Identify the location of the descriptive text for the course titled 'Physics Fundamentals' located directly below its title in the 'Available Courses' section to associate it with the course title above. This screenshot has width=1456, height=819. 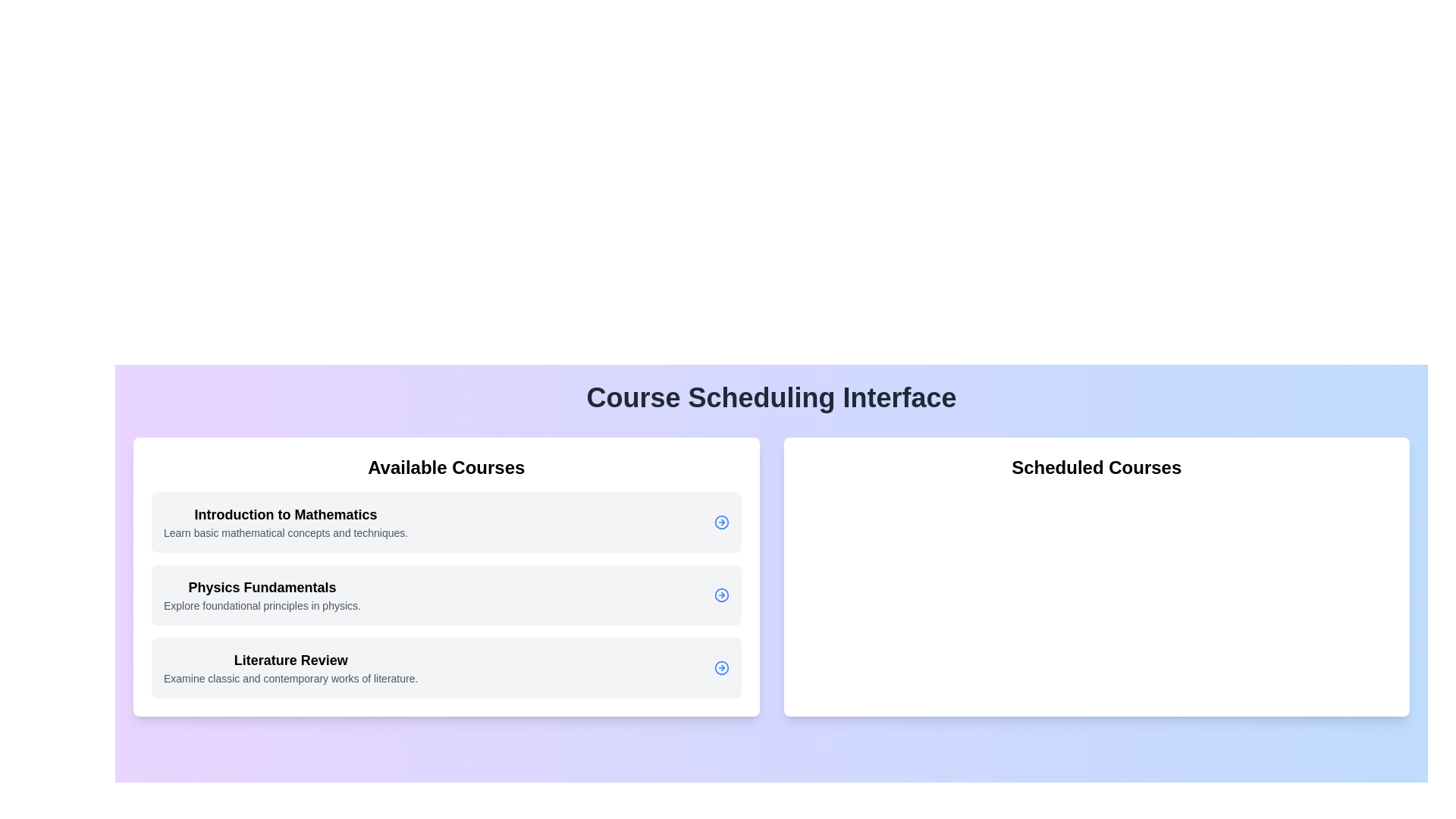
(262, 604).